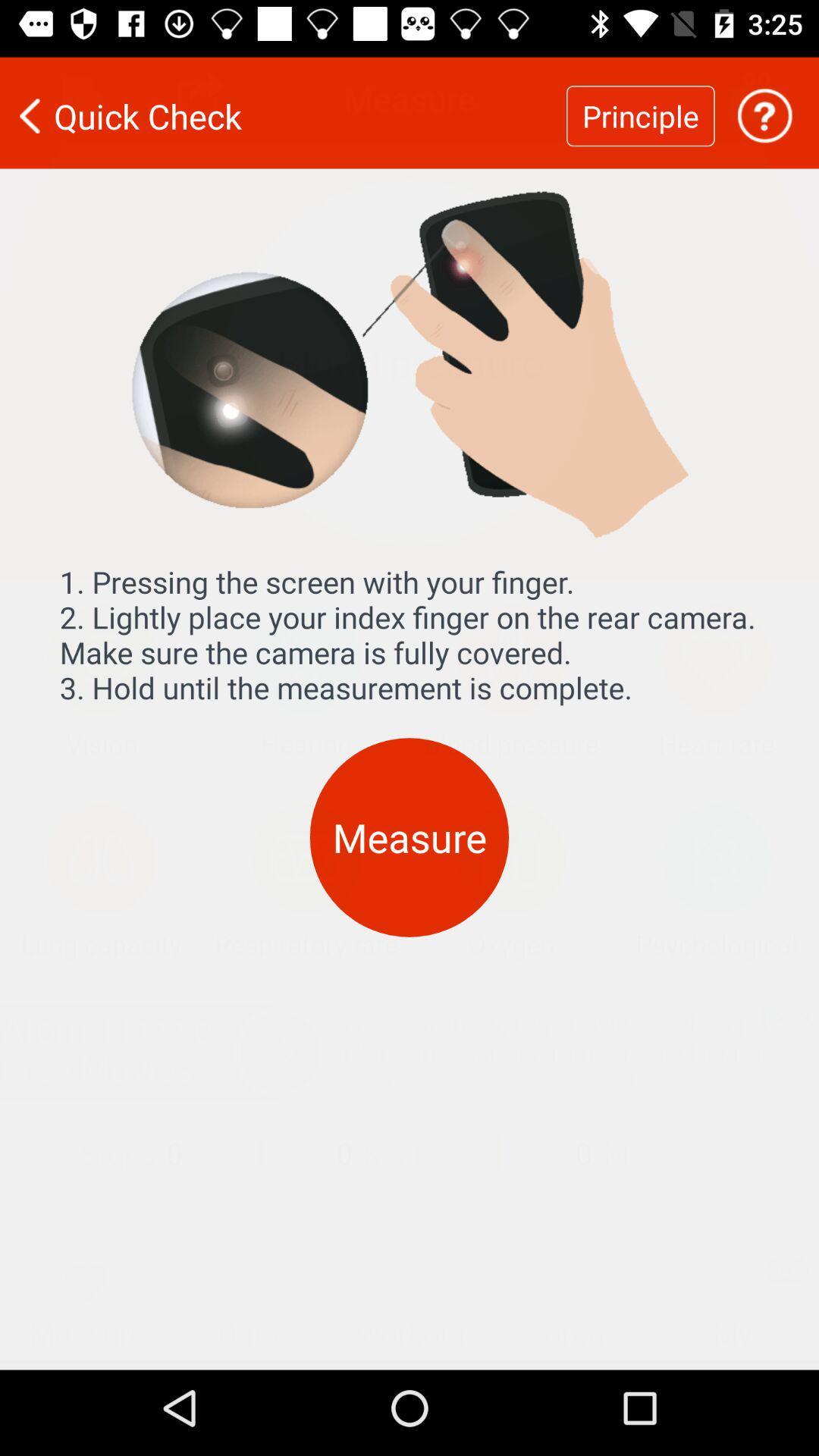  Describe the element at coordinates (409, 827) in the screenshot. I see `the measure` at that location.